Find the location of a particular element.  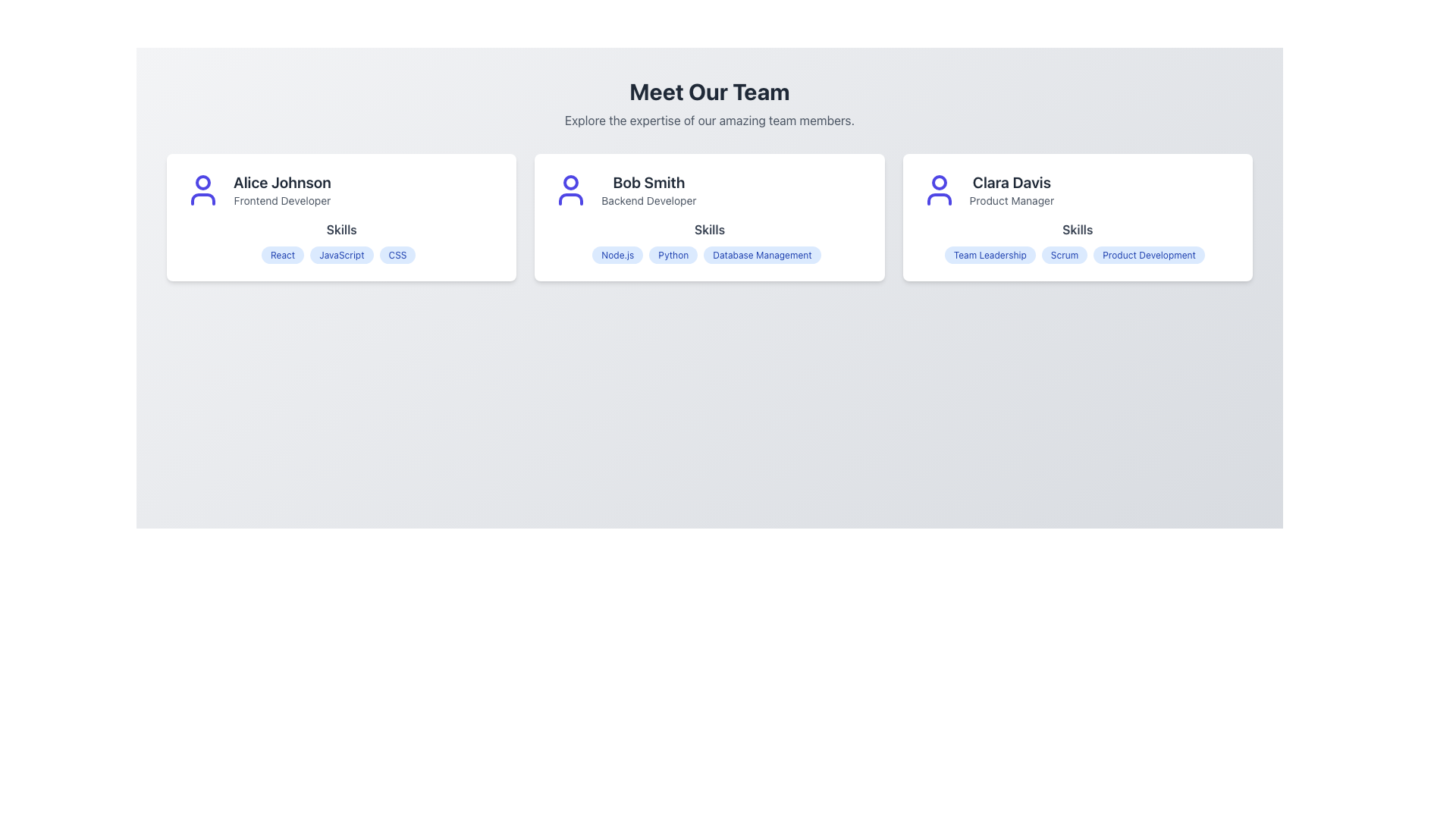

the 'Scrum' skill tag in the Skills section of Clara Davis's card is located at coordinates (1076, 241).